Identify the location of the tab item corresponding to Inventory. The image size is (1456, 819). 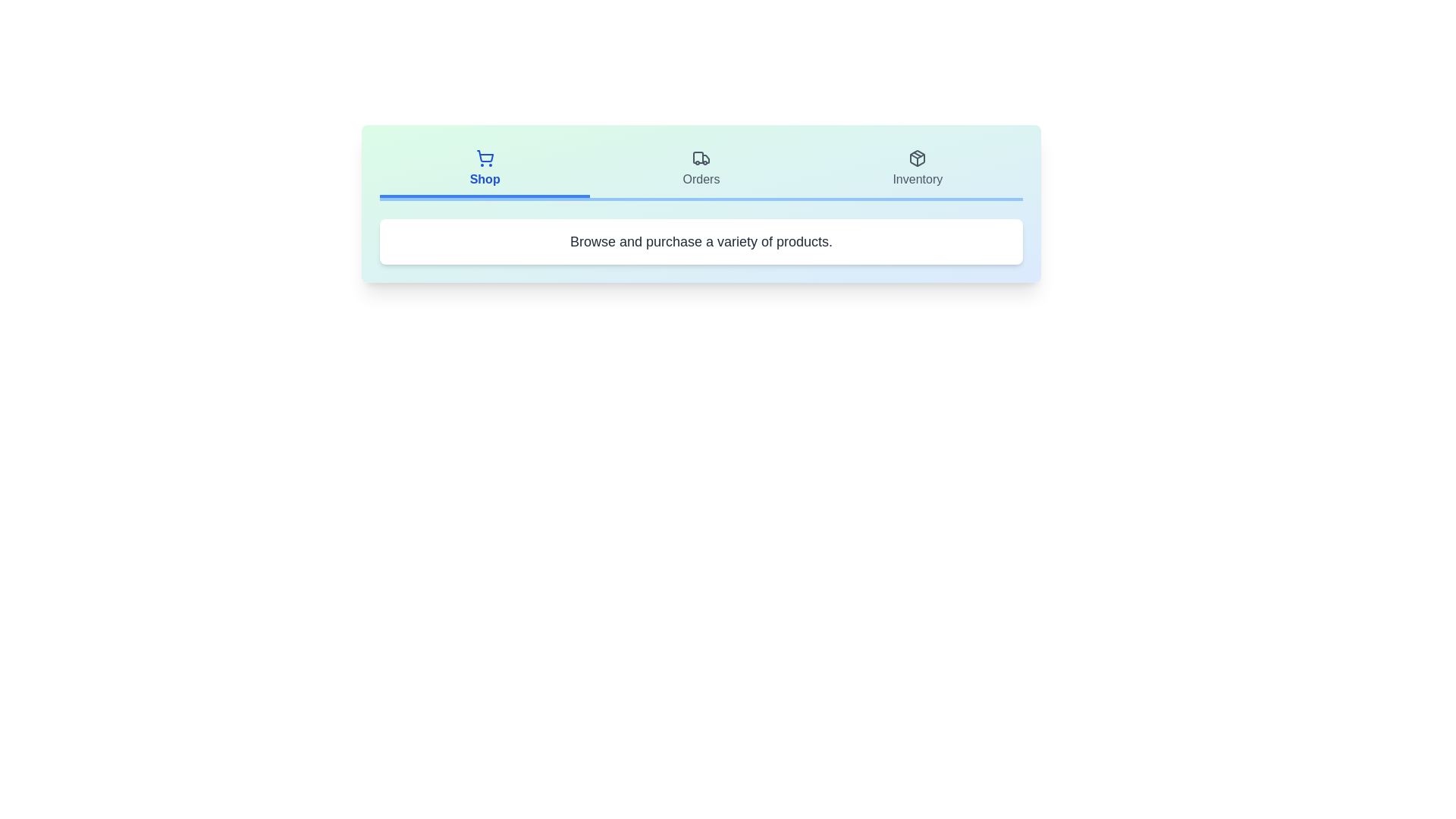
(917, 170).